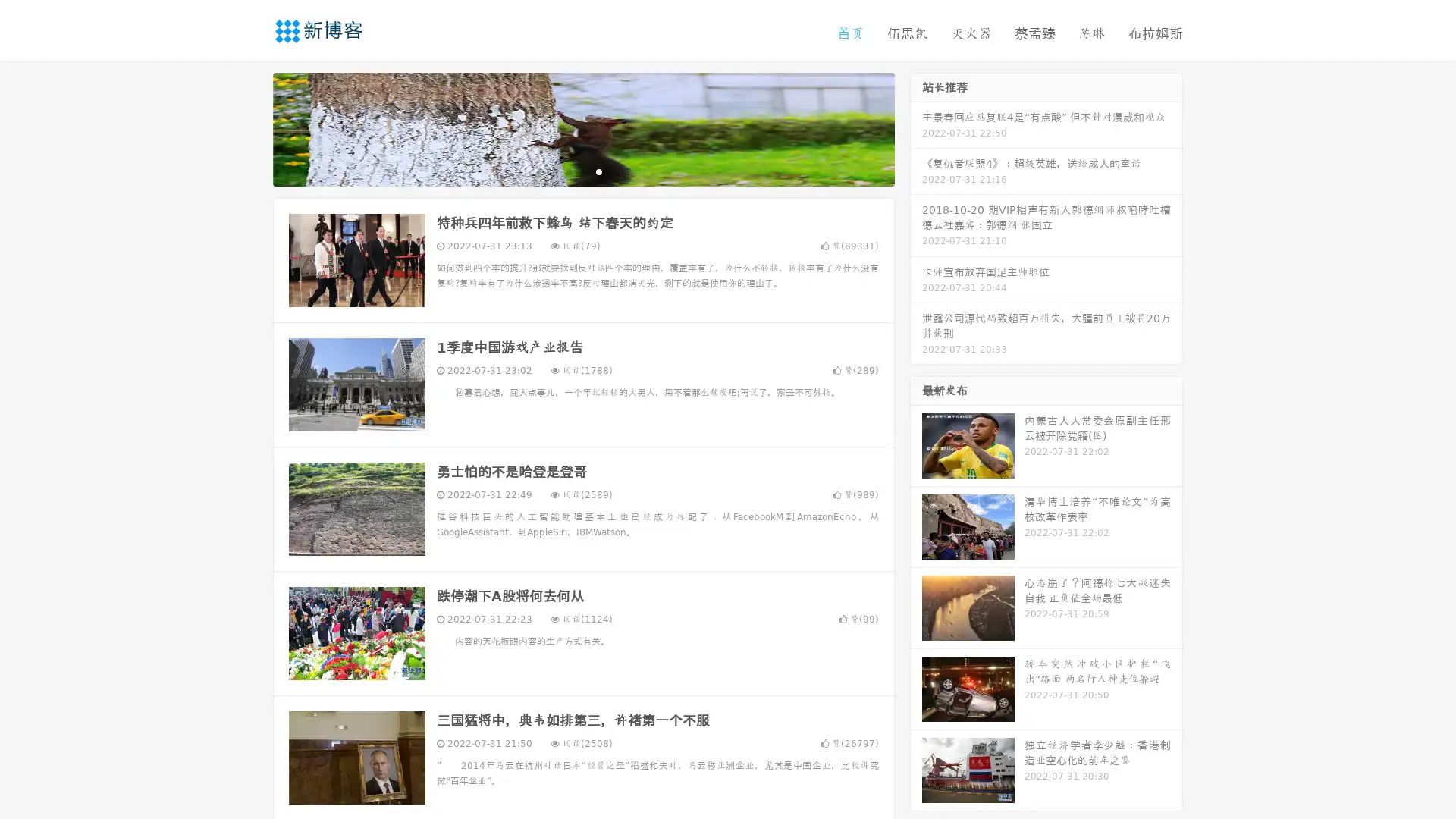 The height and width of the screenshot is (819, 1456). What do you see at coordinates (250, 127) in the screenshot?
I see `Previous slide` at bounding box center [250, 127].